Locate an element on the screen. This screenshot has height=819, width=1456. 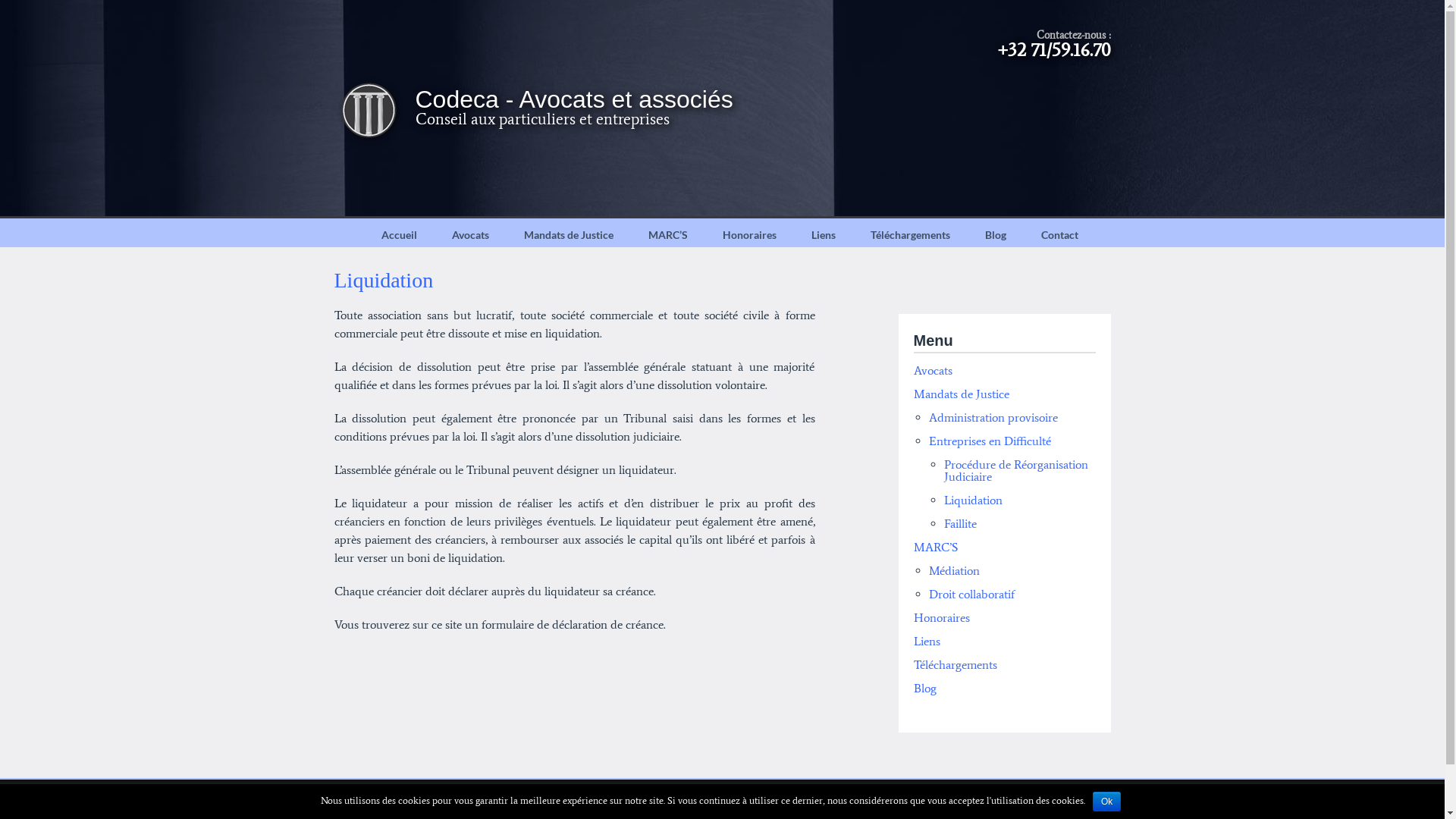
'Mandats de Justice' is located at coordinates (960, 393).